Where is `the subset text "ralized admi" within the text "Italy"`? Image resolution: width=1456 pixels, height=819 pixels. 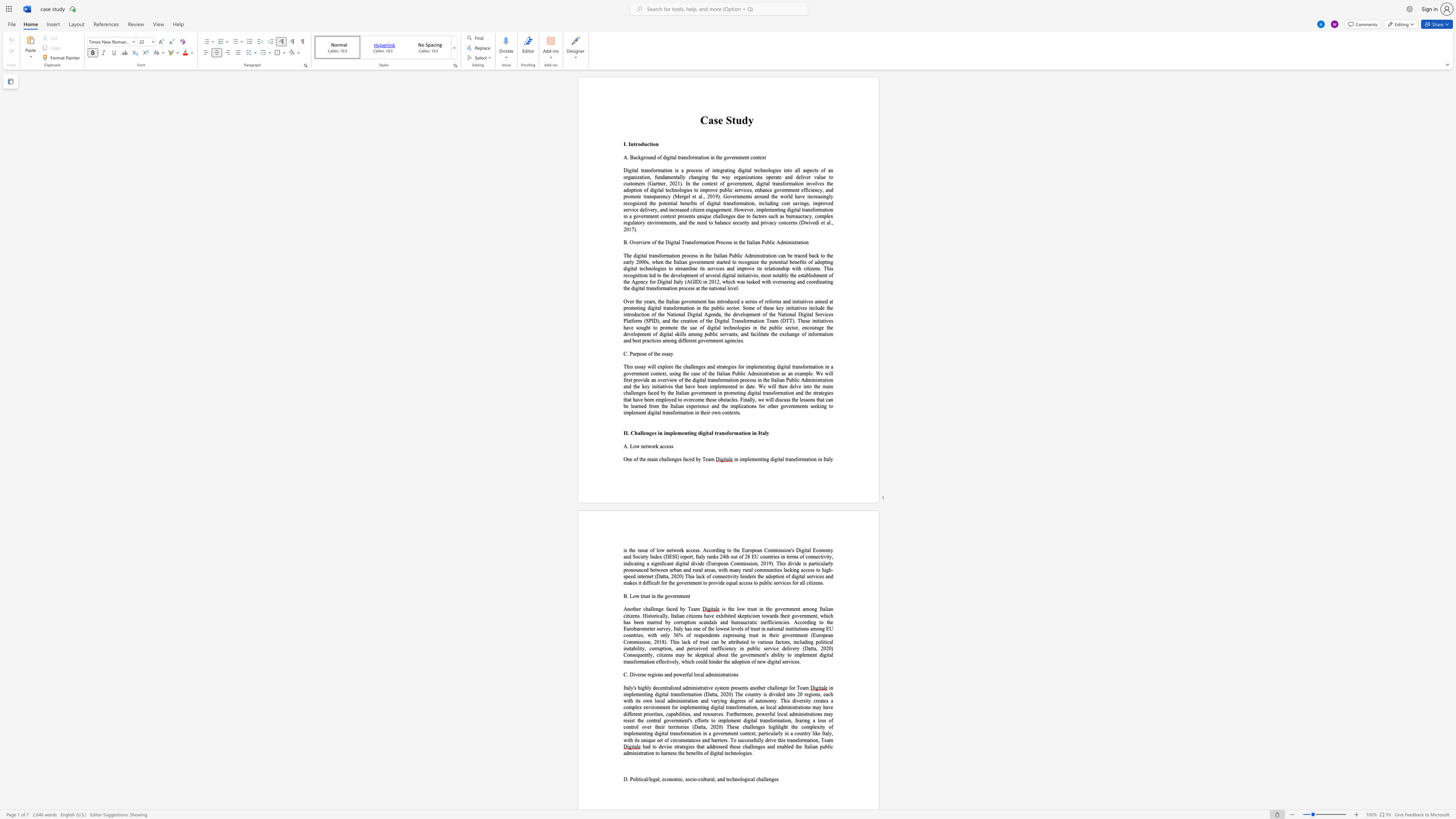 the subset text "ralized admi" within the text "Italy" is located at coordinates (666, 687).